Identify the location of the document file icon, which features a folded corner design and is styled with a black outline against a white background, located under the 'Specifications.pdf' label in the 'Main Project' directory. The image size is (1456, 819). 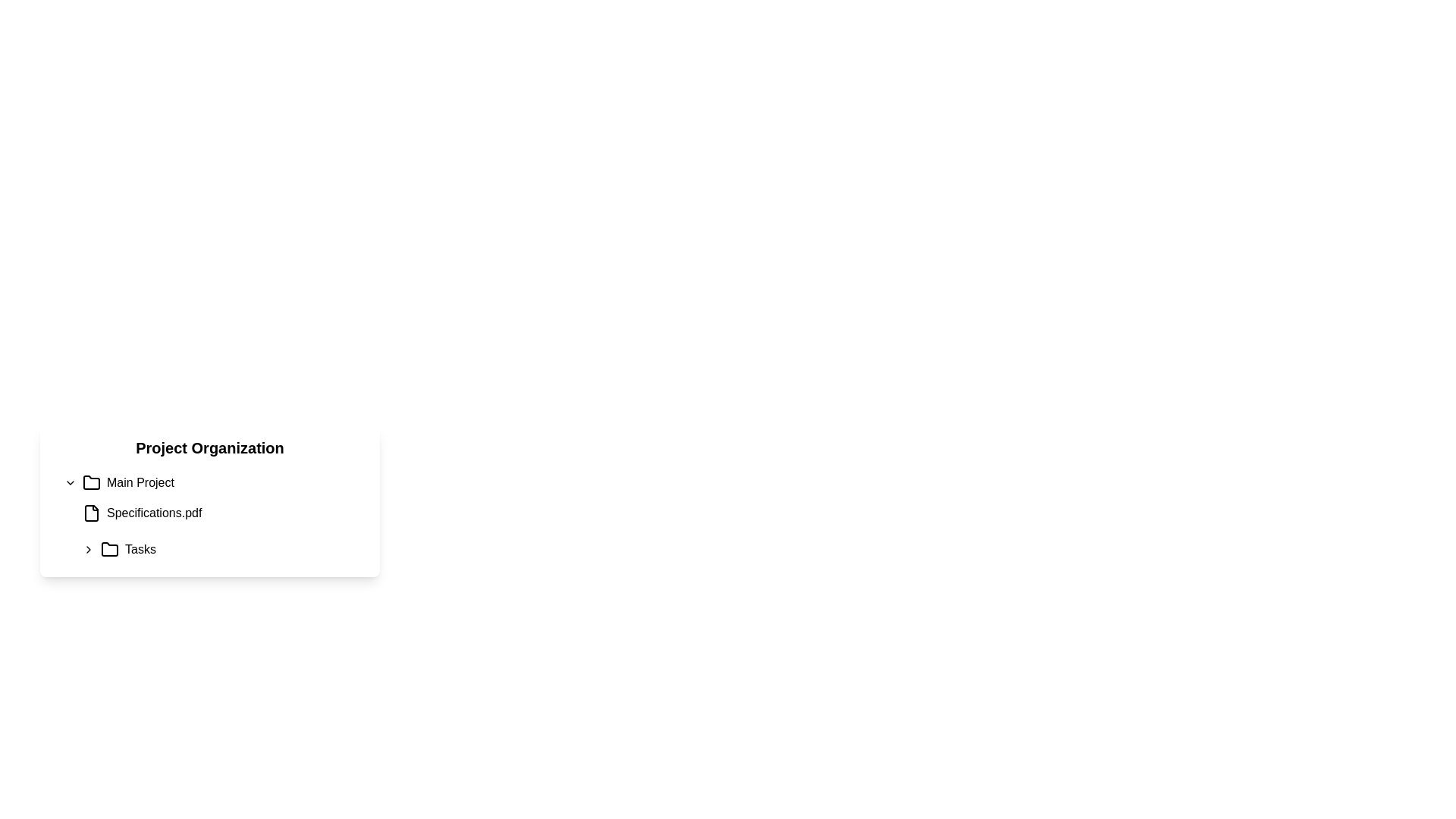
(90, 513).